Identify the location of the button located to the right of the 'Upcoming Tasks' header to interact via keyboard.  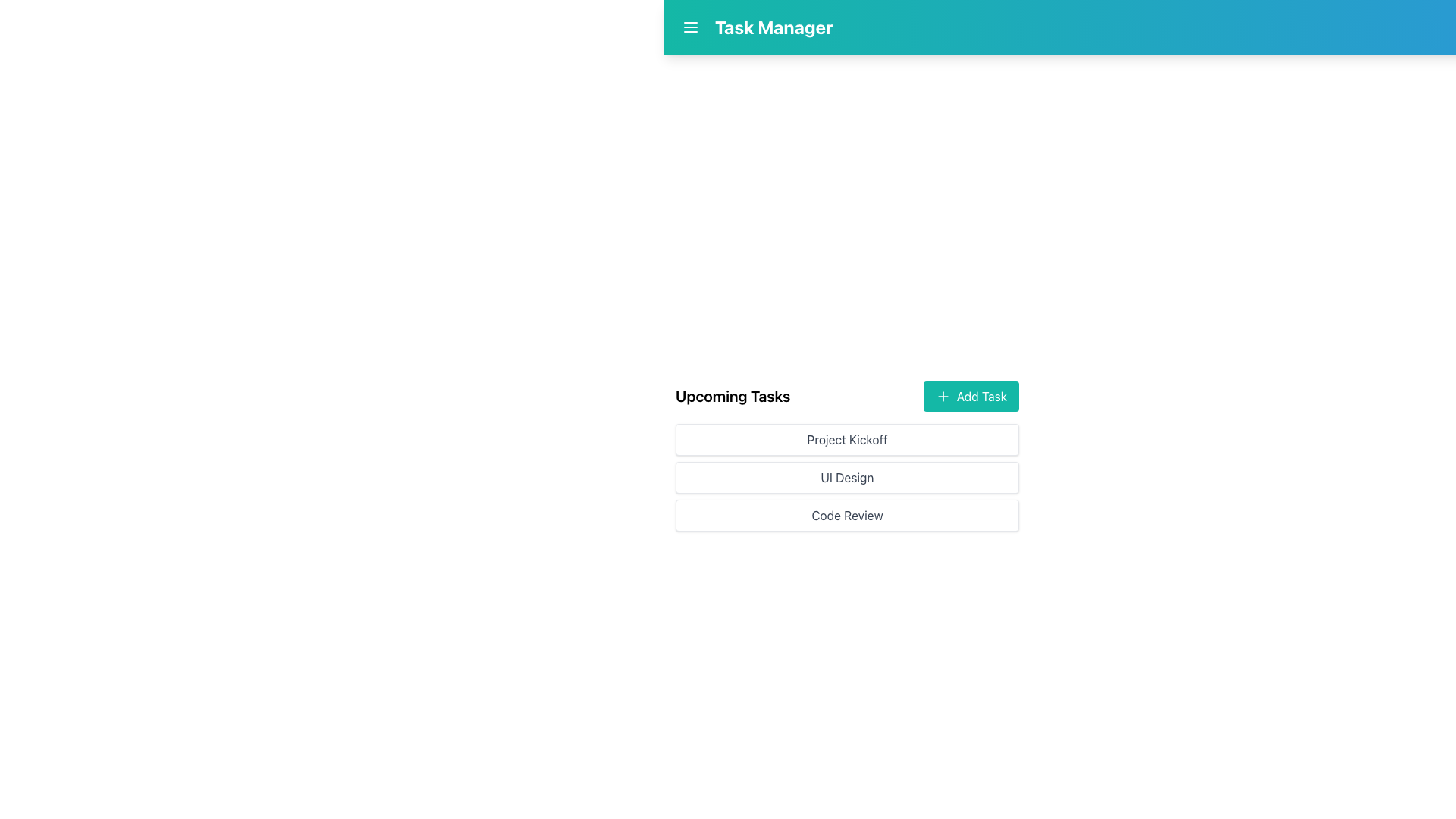
(971, 396).